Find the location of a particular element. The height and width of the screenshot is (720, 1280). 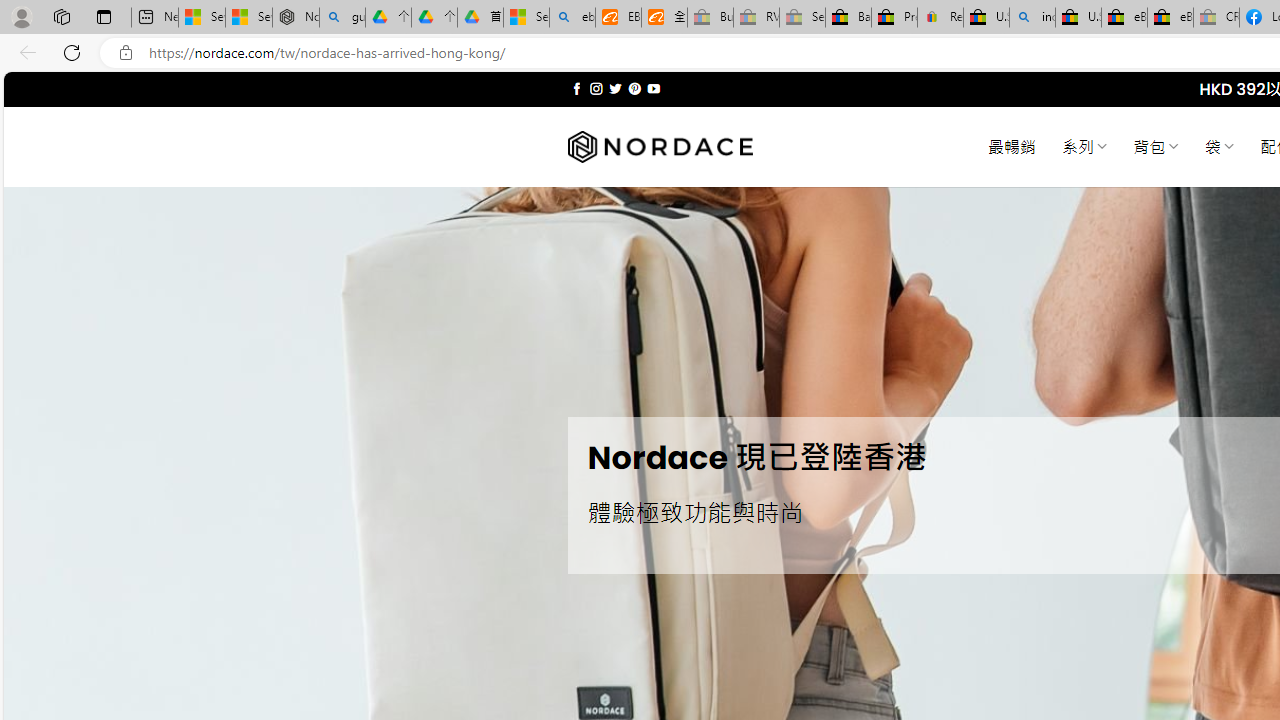

'Follow on Instagram' is located at coordinates (595, 88).